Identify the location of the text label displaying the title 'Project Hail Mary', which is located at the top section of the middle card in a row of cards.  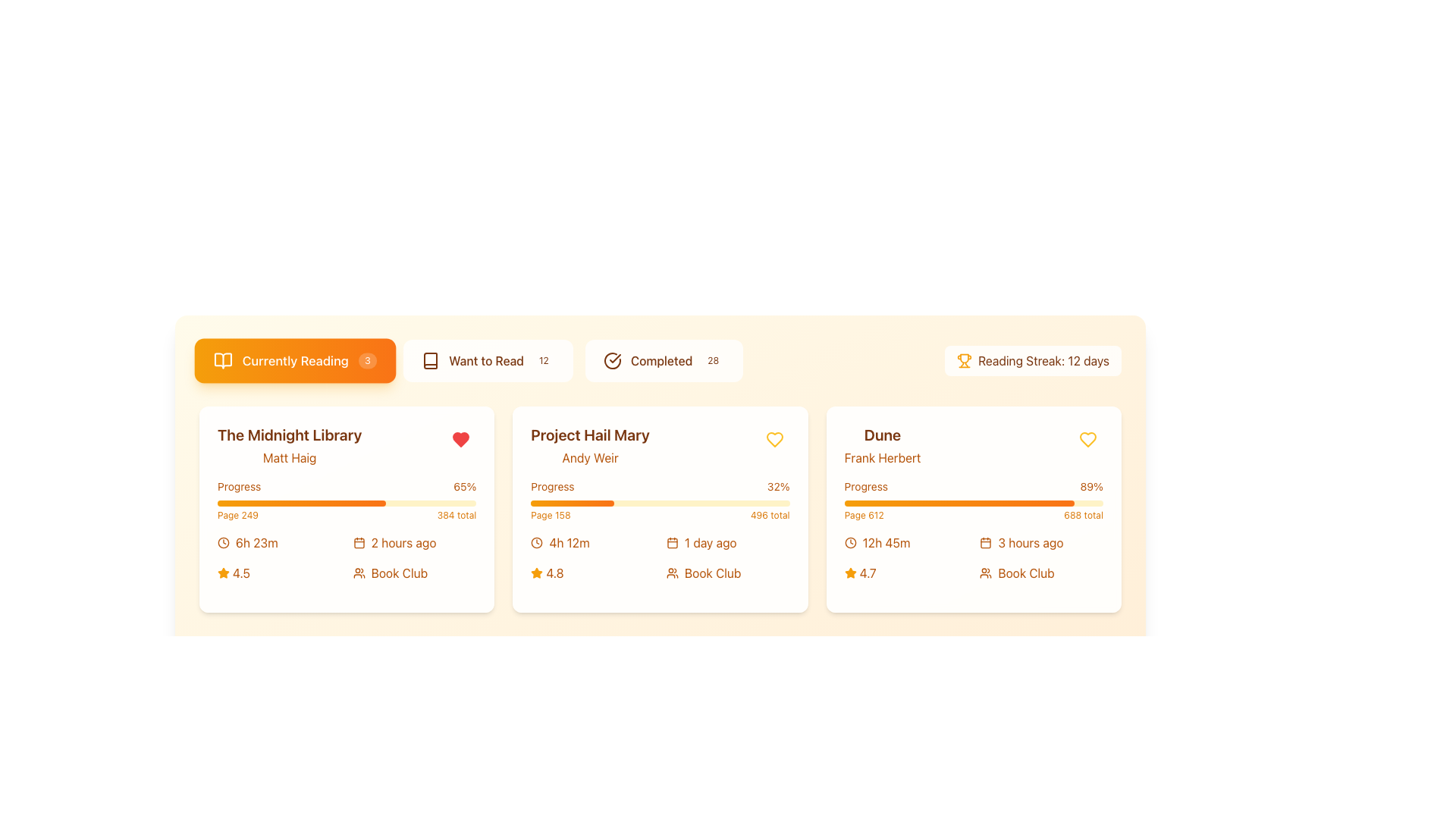
(589, 435).